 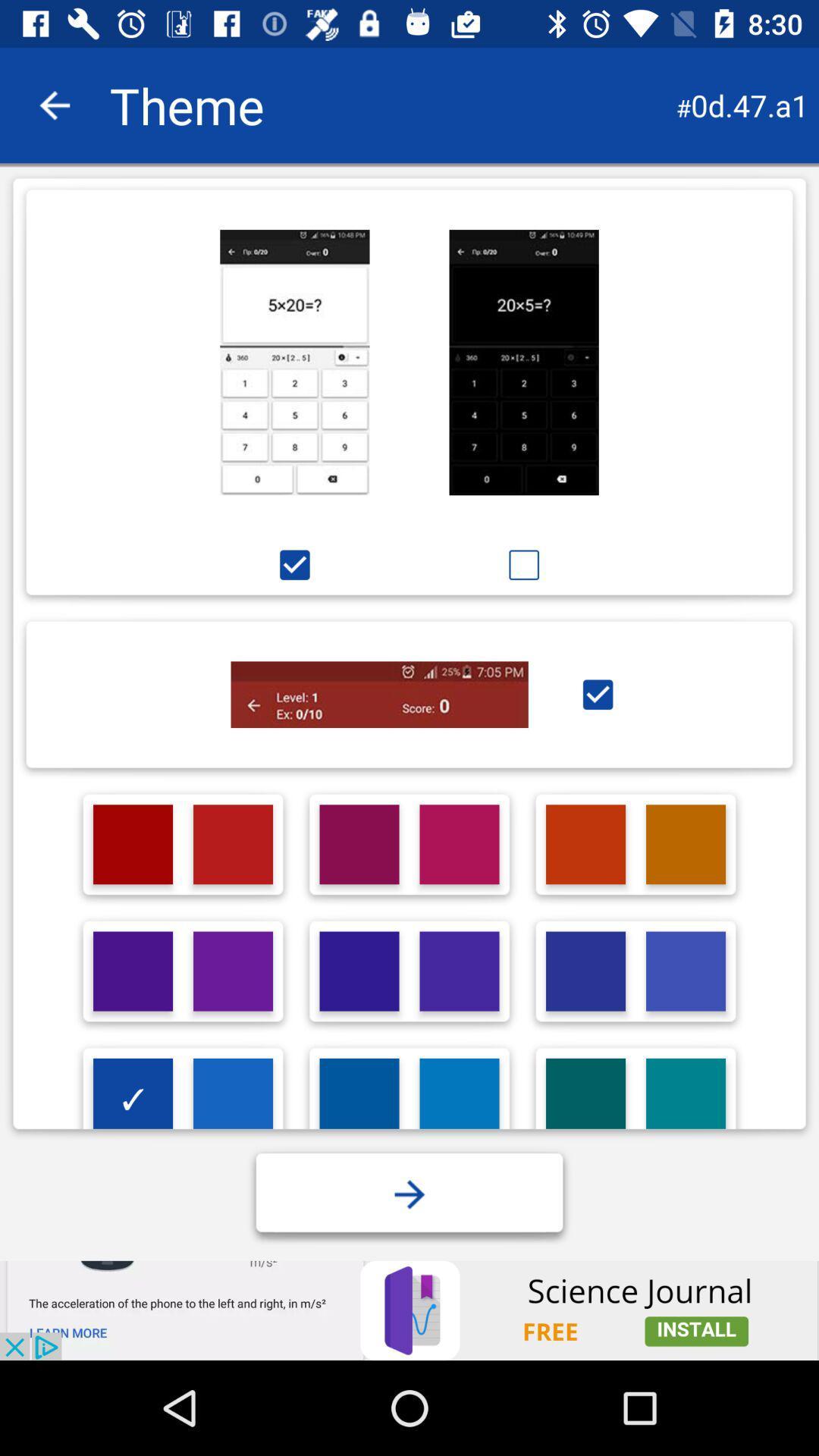 I want to click on mark, so click(x=523, y=564).